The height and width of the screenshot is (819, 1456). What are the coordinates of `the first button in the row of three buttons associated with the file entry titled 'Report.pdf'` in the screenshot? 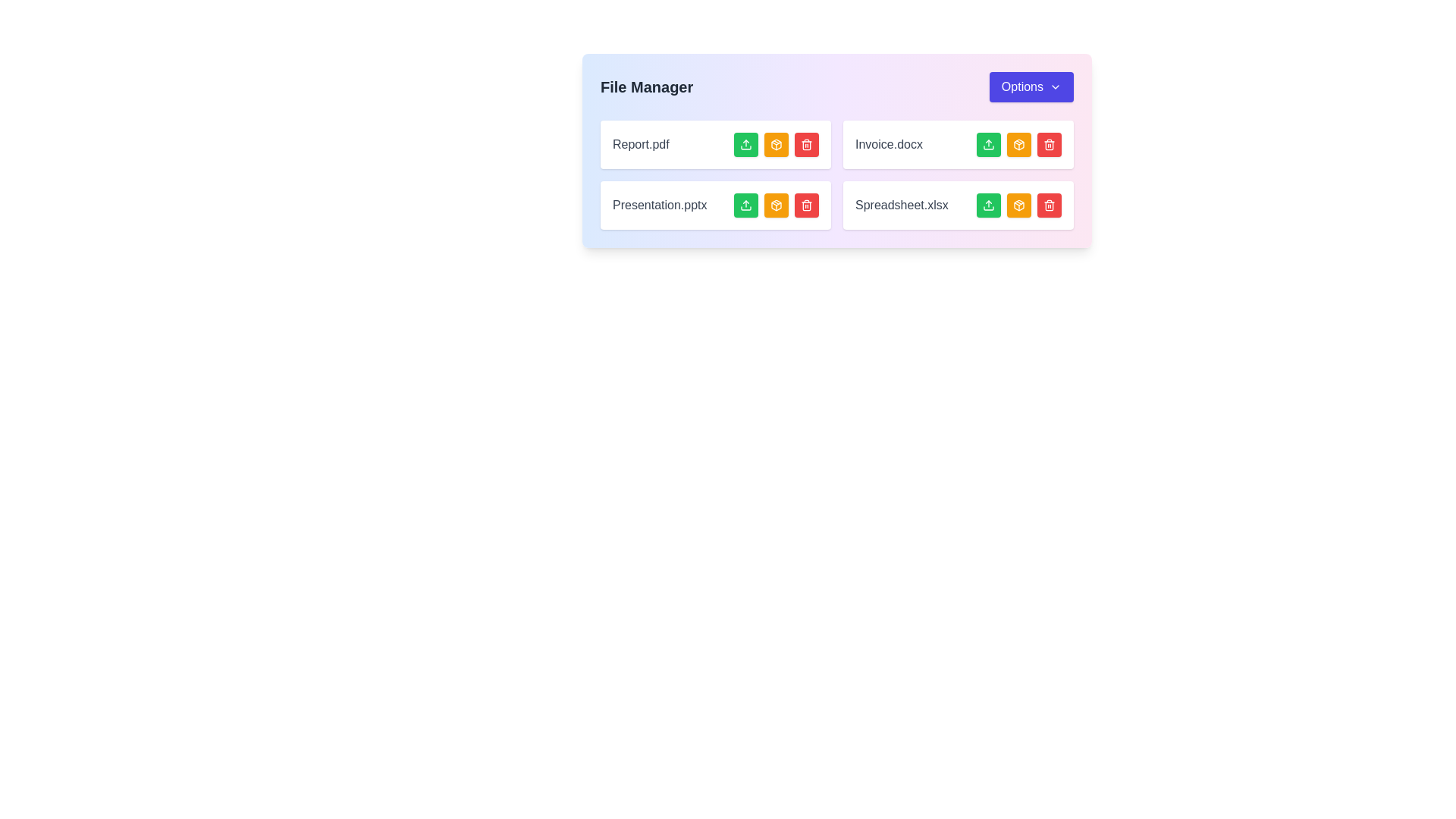 It's located at (745, 145).